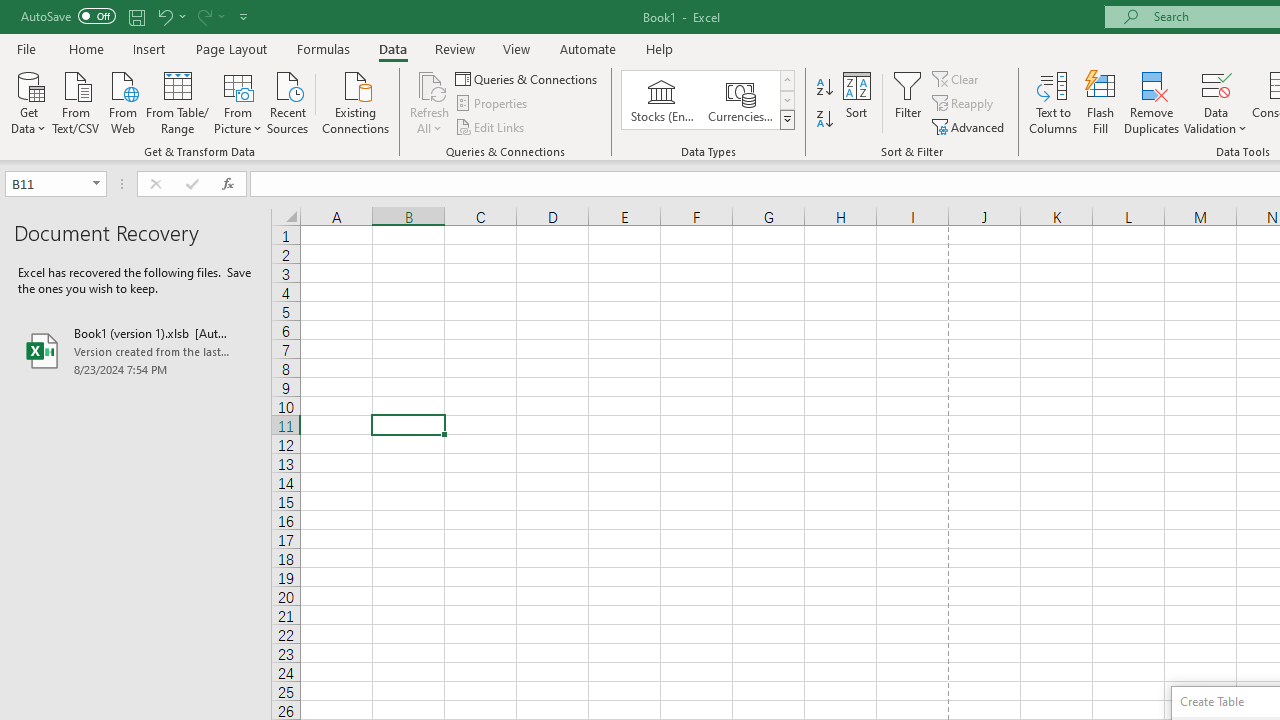 The width and height of the screenshot is (1280, 720). Describe the element at coordinates (824, 86) in the screenshot. I see `'Sort A to Z'` at that location.